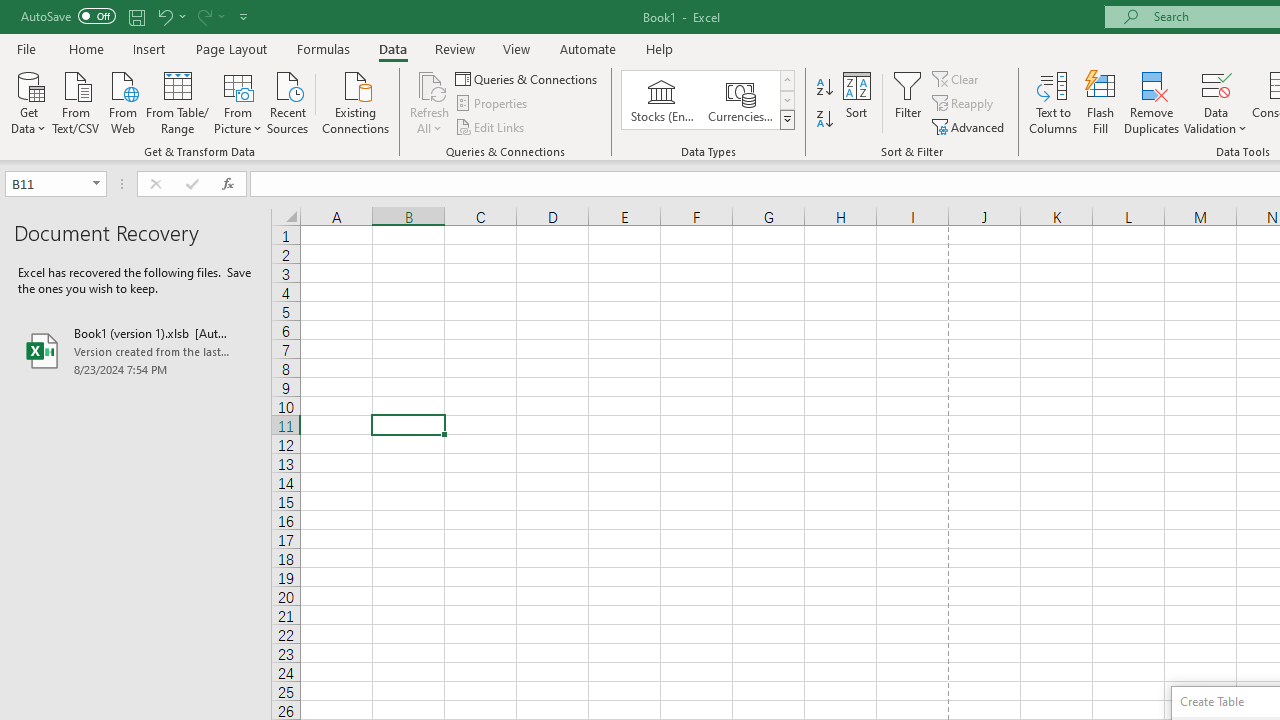 The width and height of the screenshot is (1280, 720). Describe the element at coordinates (824, 86) in the screenshot. I see `'Sort A to Z'` at that location.